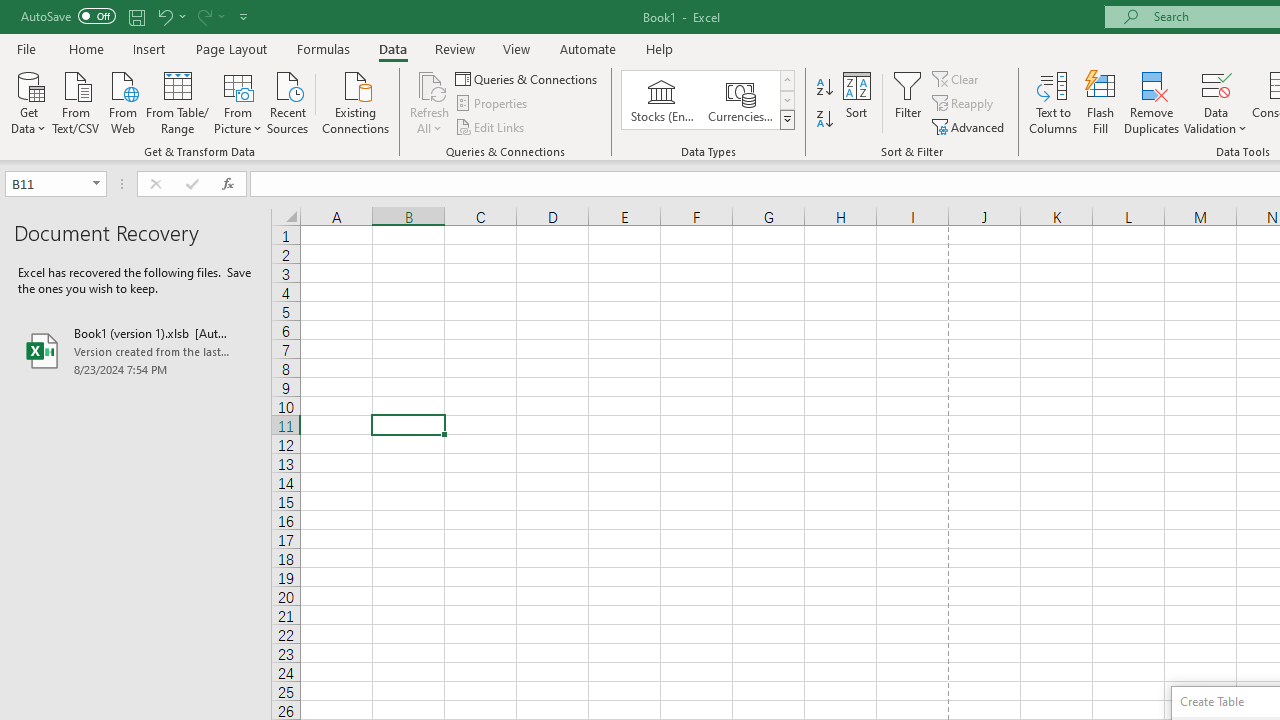 The width and height of the screenshot is (1280, 720). Describe the element at coordinates (824, 86) in the screenshot. I see `'Sort A to Z'` at that location.